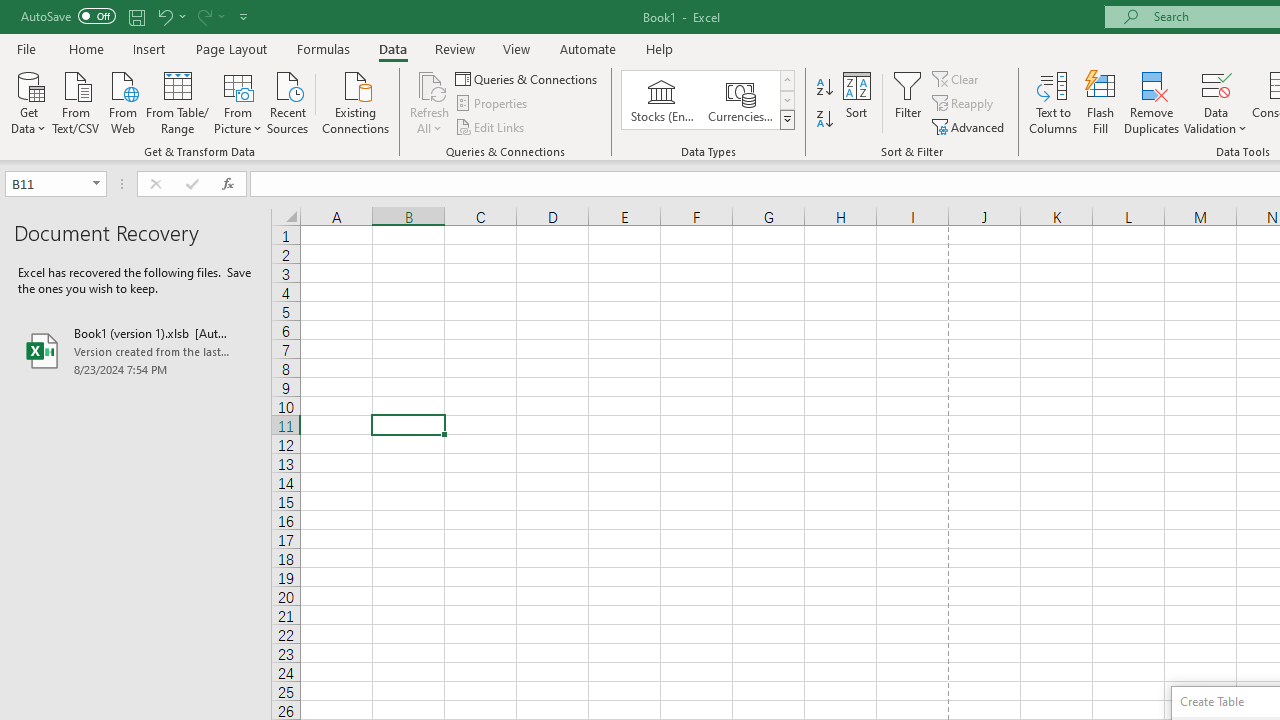 The width and height of the screenshot is (1280, 720). Describe the element at coordinates (824, 86) in the screenshot. I see `'Sort A to Z'` at that location.